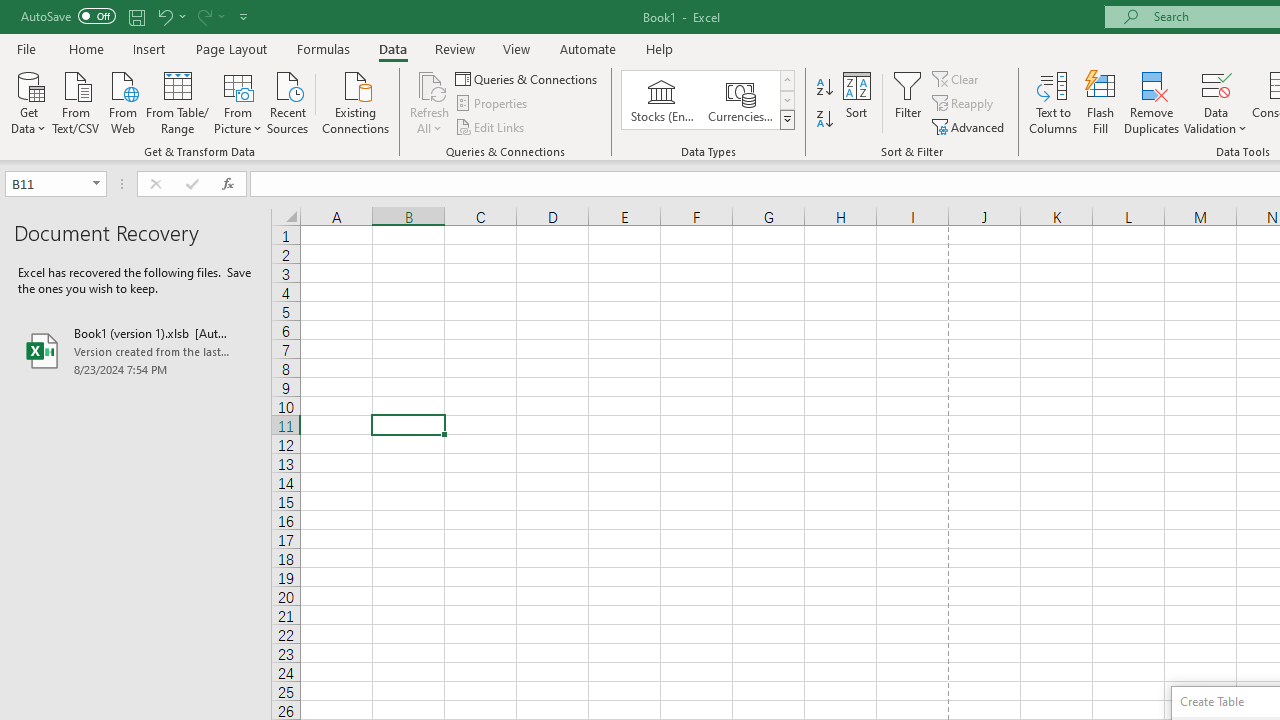 The width and height of the screenshot is (1280, 720). Describe the element at coordinates (824, 86) in the screenshot. I see `'Sort A to Z'` at that location.